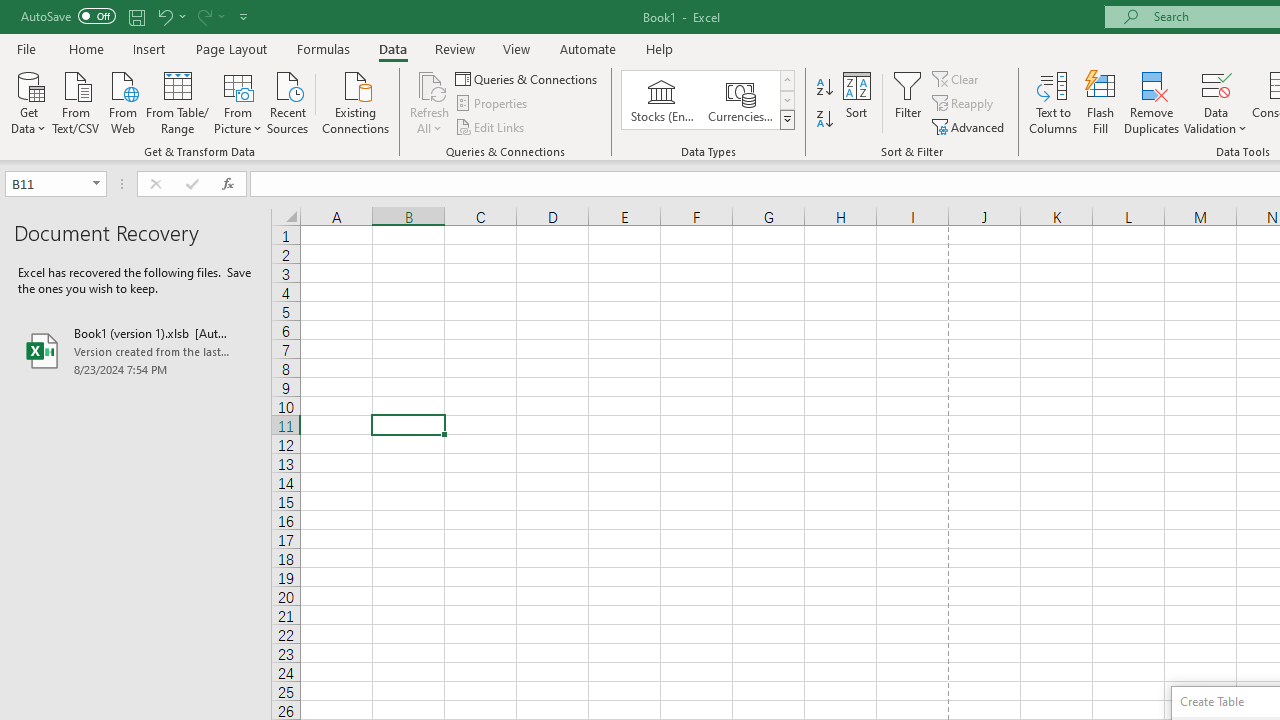 The width and height of the screenshot is (1280, 720). Describe the element at coordinates (824, 86) in the screenshot. I see `'Sort A to Z'` at that location.